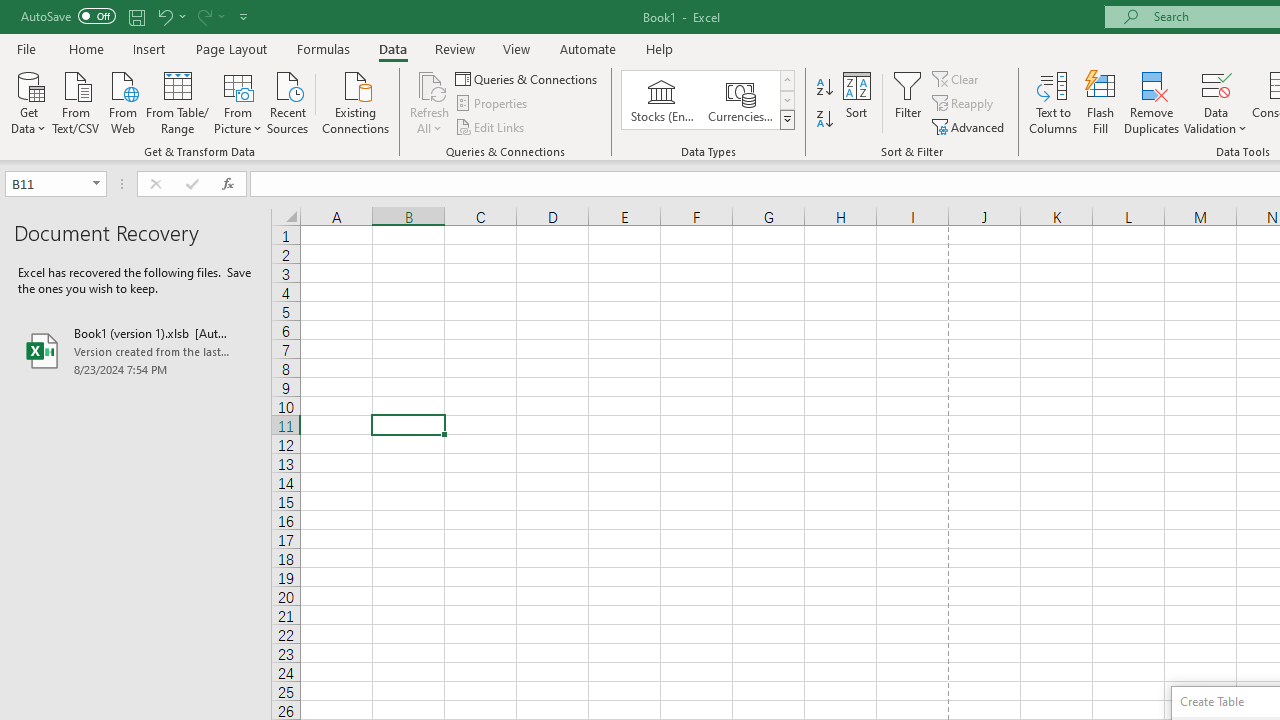 The width and height of the screenshot is (1280, 720). Describe the element at coordinates (824, 86) in the screenshot. I see `'Sort A to Z'` at that location.